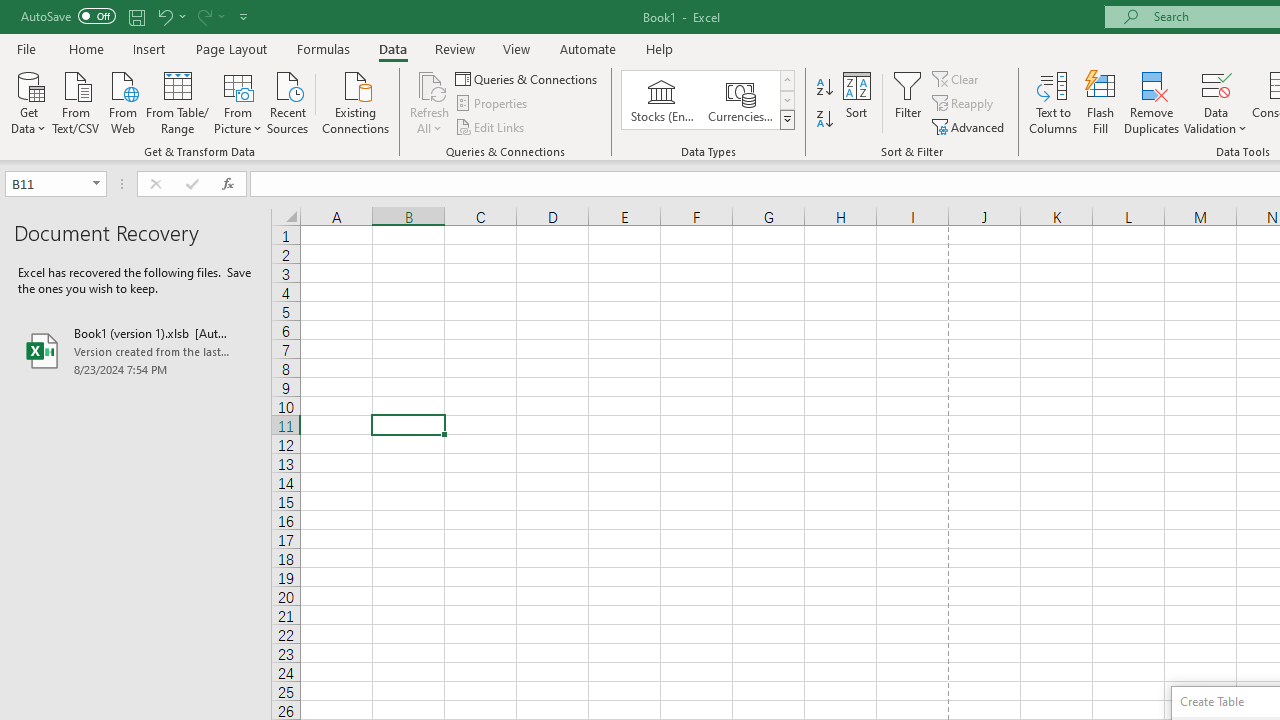 The width and height of the screenshot is (1280, 720). Describe the element at coordinates (824, 86) in the screenshot. I see `'Sort A to Z'` at that location.